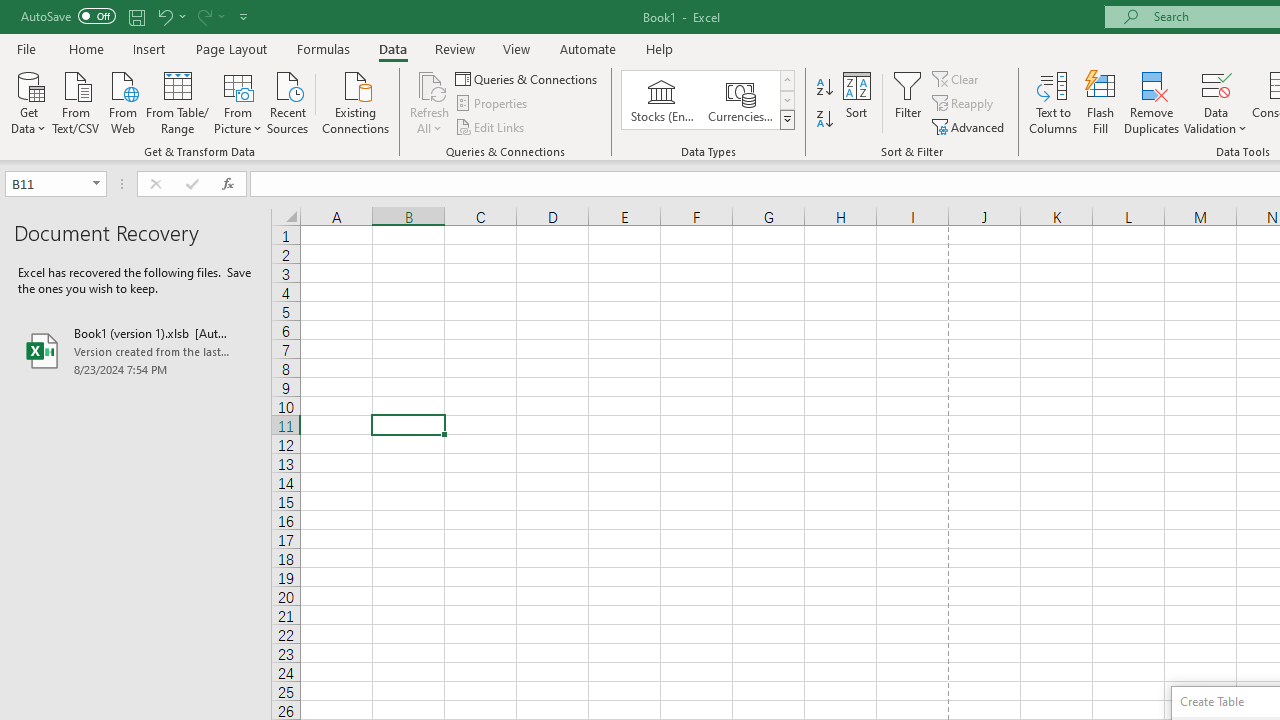 The width and height of the screenshot is (1280, 720). Describe the element at coordinates (824, 86) in the screenshot. I see `'Sort A to Z'` at that location.